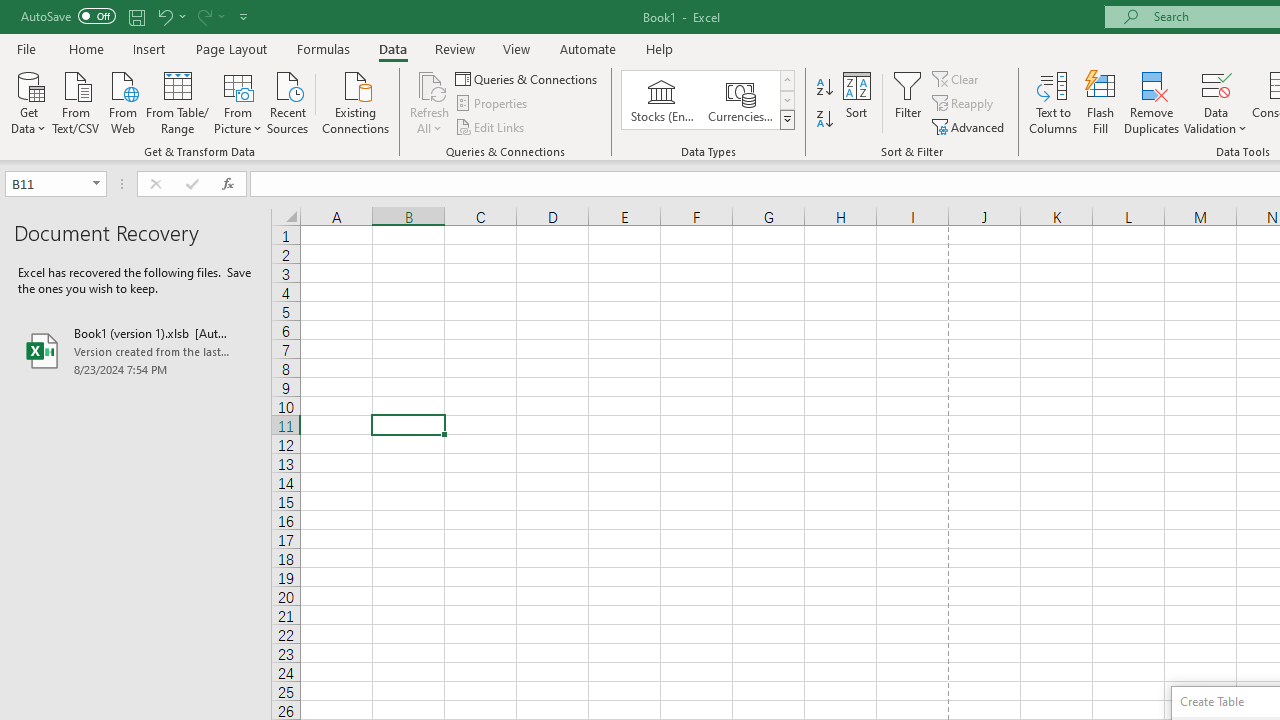 The width and height of the screenshot is (1280, 720). Describe the element at coordinates (824, 86) in the screenshot. I see `'Sort A to Z'` at that location.